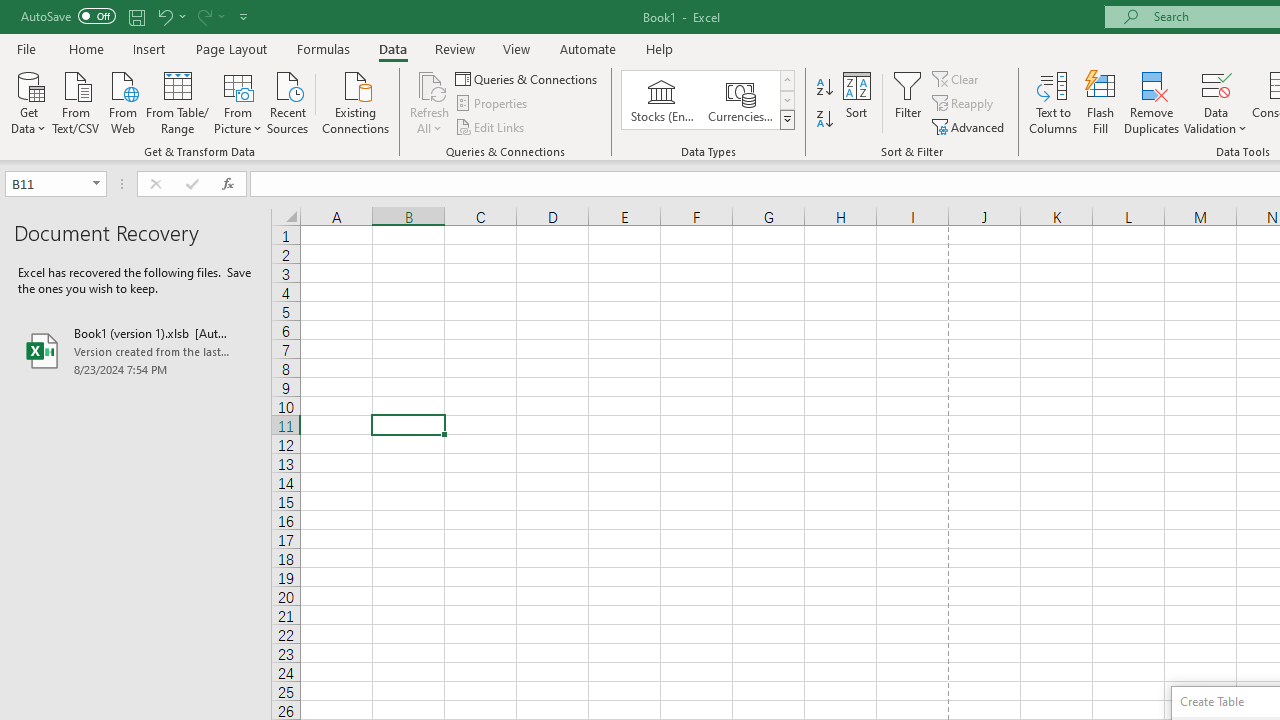 The width and height of the screenshot is (1280, 720). Describe the element at coordinates (824, 86) in the screenshot. I see `'Sort A to Z'` at that location.